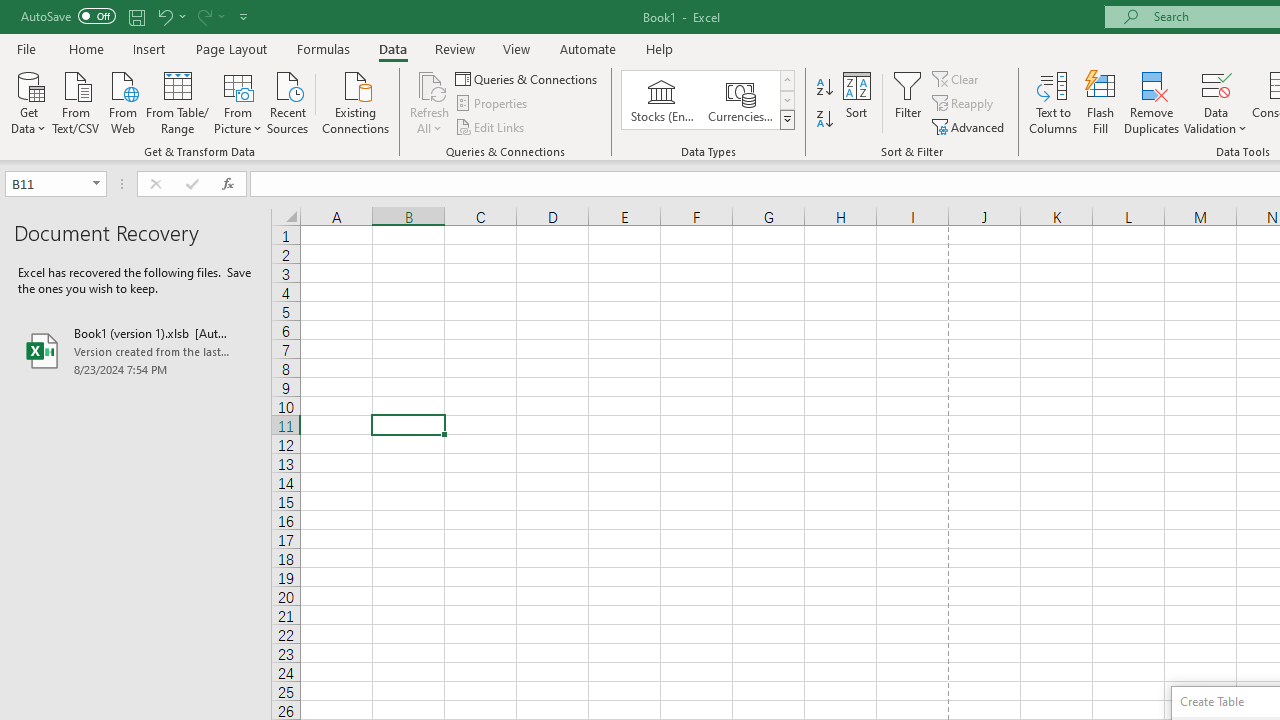 The width and height of the screenshot is (1280, 720). Describe the element at coordinates (824, 86) in the screenshot. I see `'Sort A to Z'` at that location.